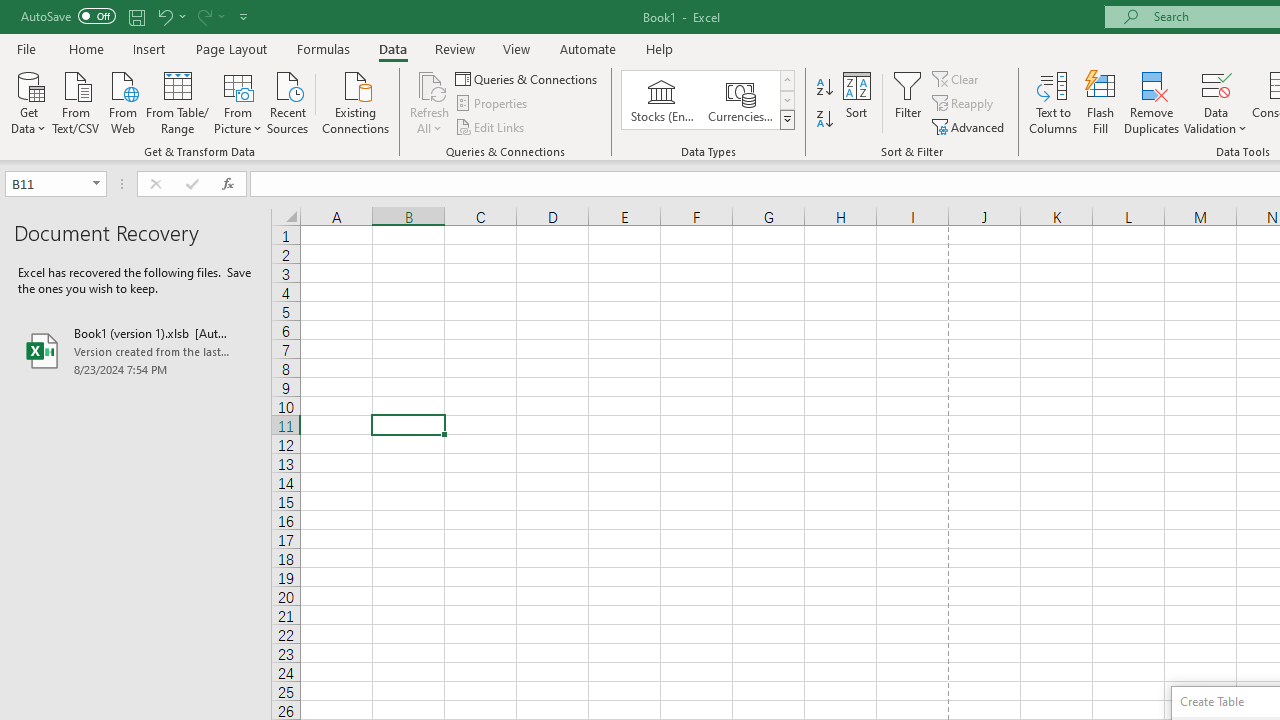 The width and height of the screenshot is (1280, 720). Describe the element at coordinates (824, 86) in the screenshot. I see `'Sort A to Z'` at that location.